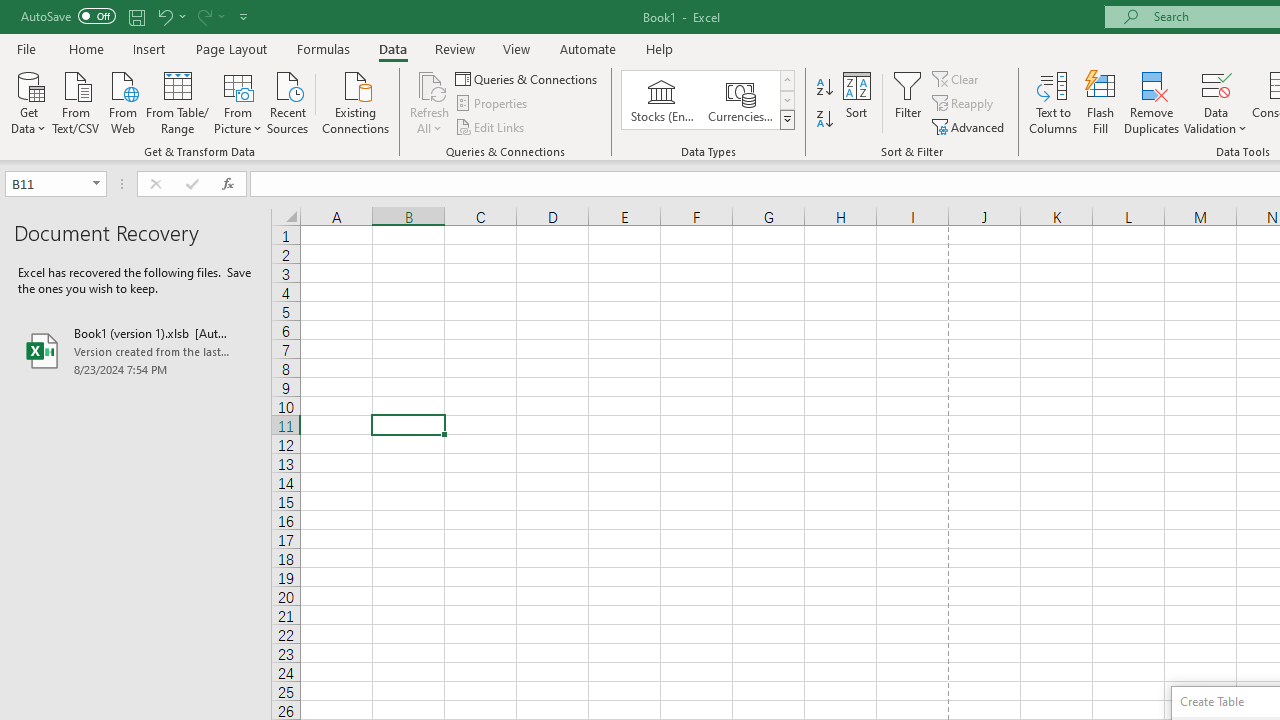 The width and height of the screenshot is (1280, 720). Describe the element at coordinates (824, 86) in the screenshot. I see `'Sort A to Z'` at that location.